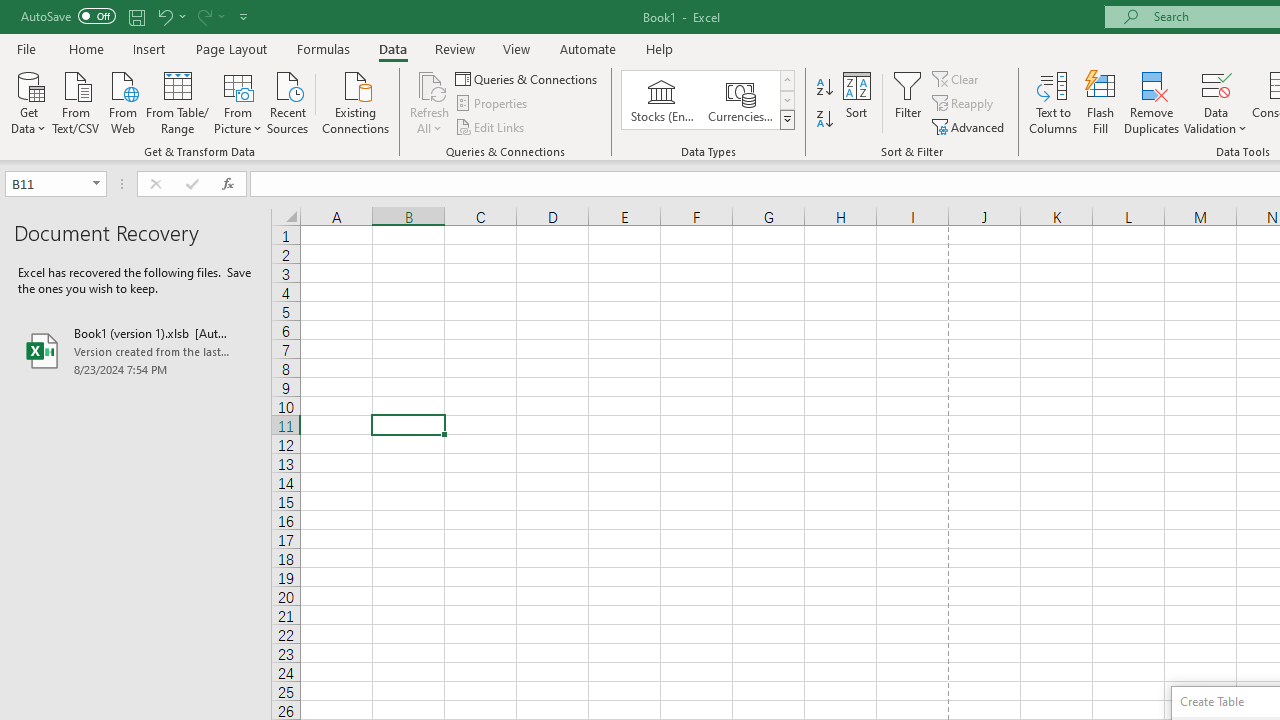 The width and height of the screenshot is (1280, 720). Describe the element at coordinates (824, 86) in the screenshot. I see `'Sort A to Z'` at that location.